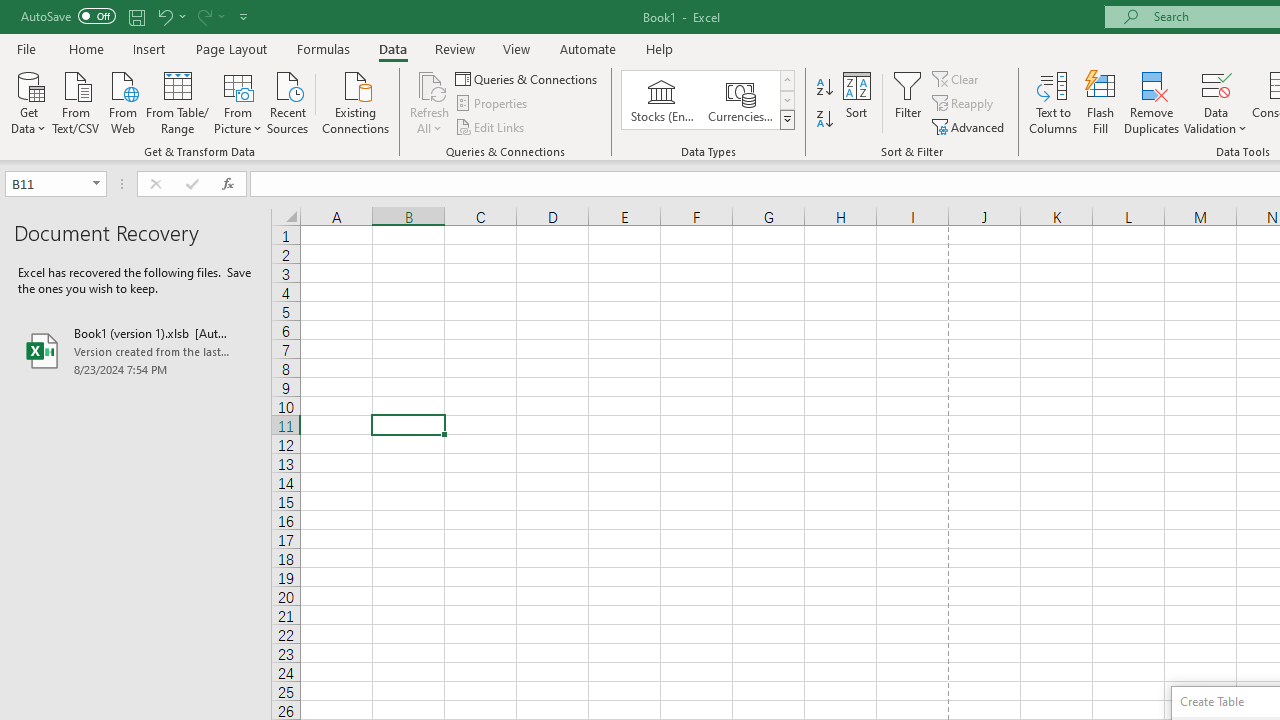 The width and height of the screenshot is (1280, 720). Describe the element at coordinates (824, 86) in the screenshot. I see `'Sort A to Z'` at that location.